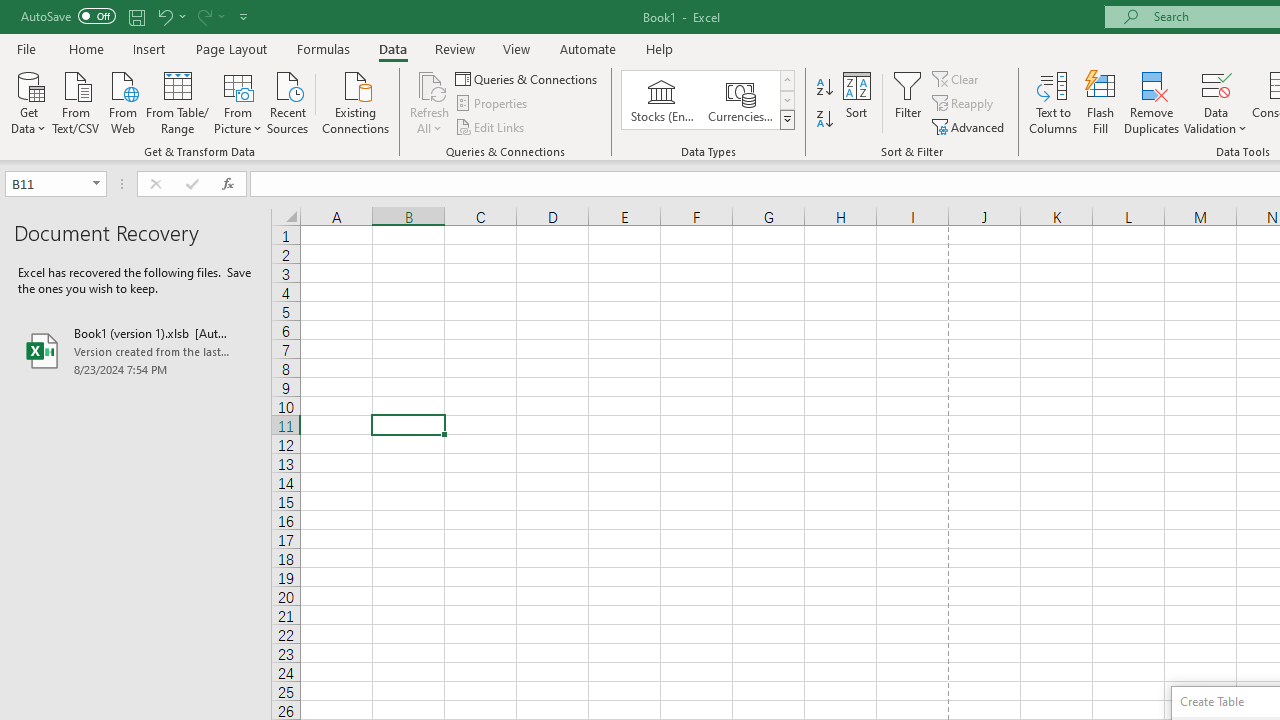 The width and height of the screenshot is (1280, 720). Describe the element at coordinates (824, 86) in the screenshot. I see `'Sort A to Z'` at that location.